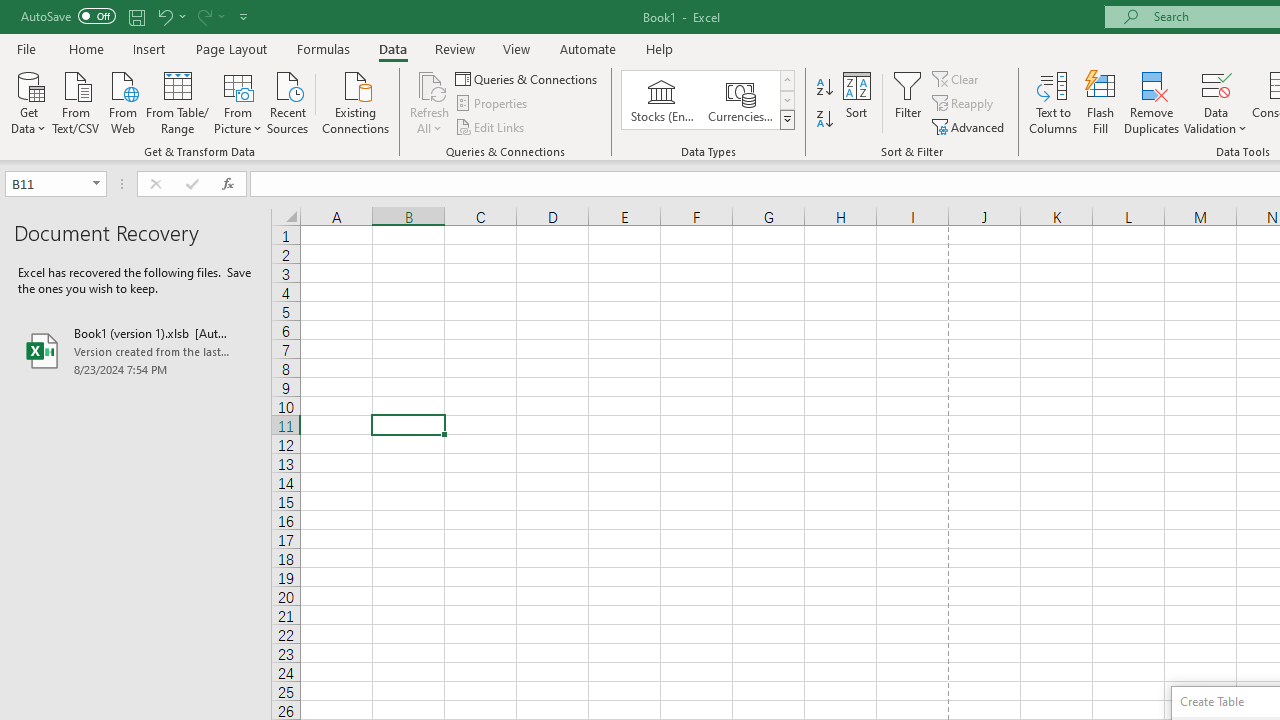 The width and height of the screenshot is (1280, 720). Describe the element at coordinates (824, 86) in the screenshot. I see `'Sort A to Z'` at that location.